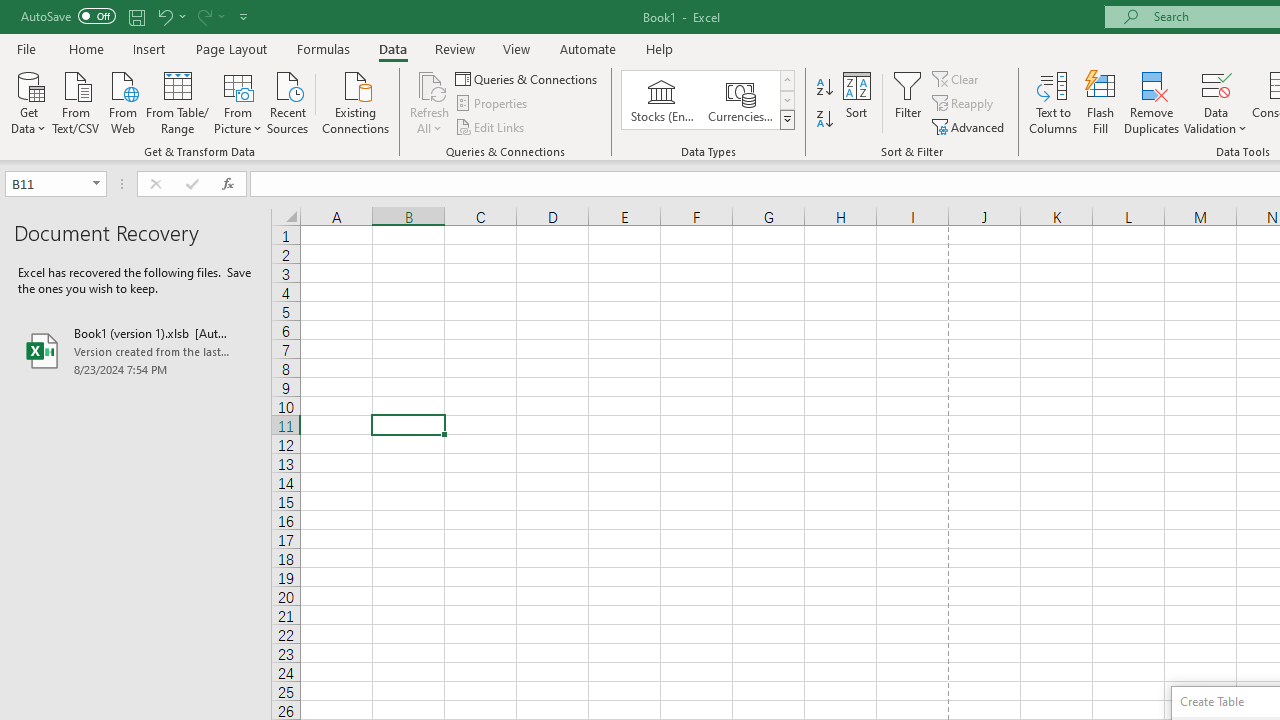 The width and height of the screenshot is (1280, 720). Describe the element at coordinates (824, 86) in the screenshot. I see `'Sort A to Z'` at that location.